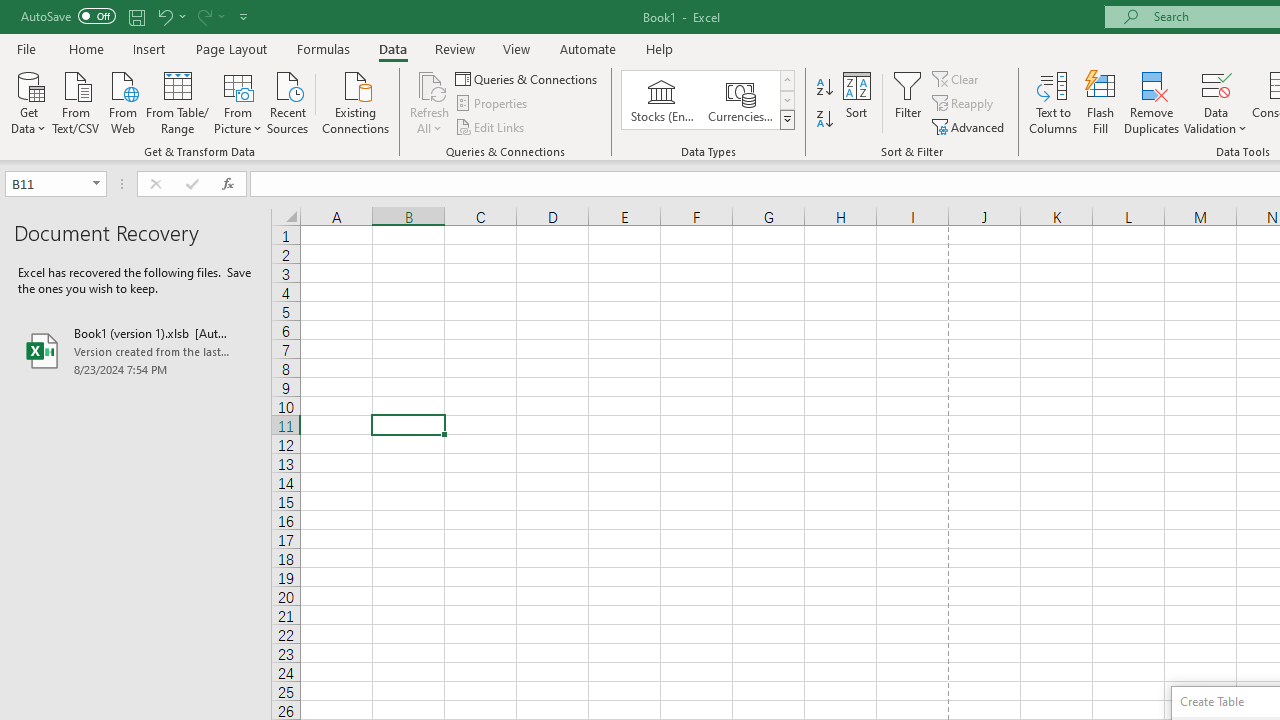 The width and height of the screenshot is (1280, 720). Describe the element at coordinates (824, 86) in the screenshot. I see `'Sort A to Z'` at that location.